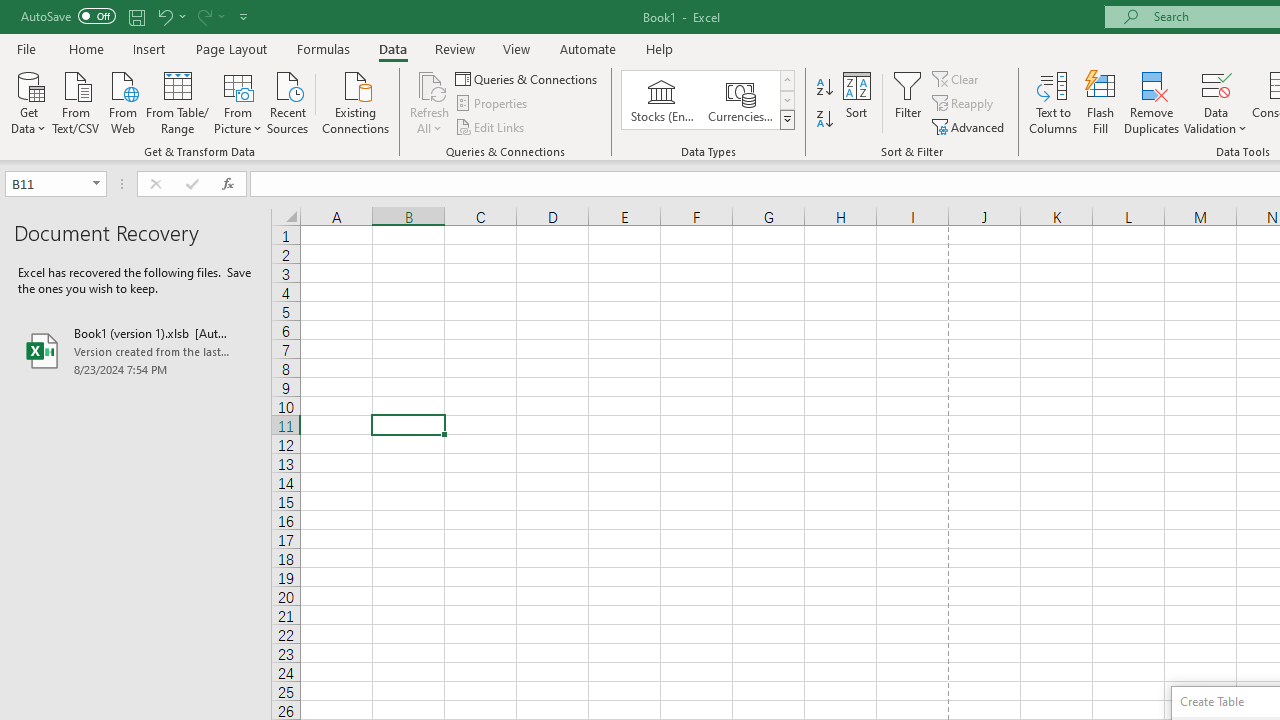 The width and height of the screenshot is (1280, 720). Describe the element at coordinates (824, 86) in the screenshot. I see `'Sort A to Z'` at that location.